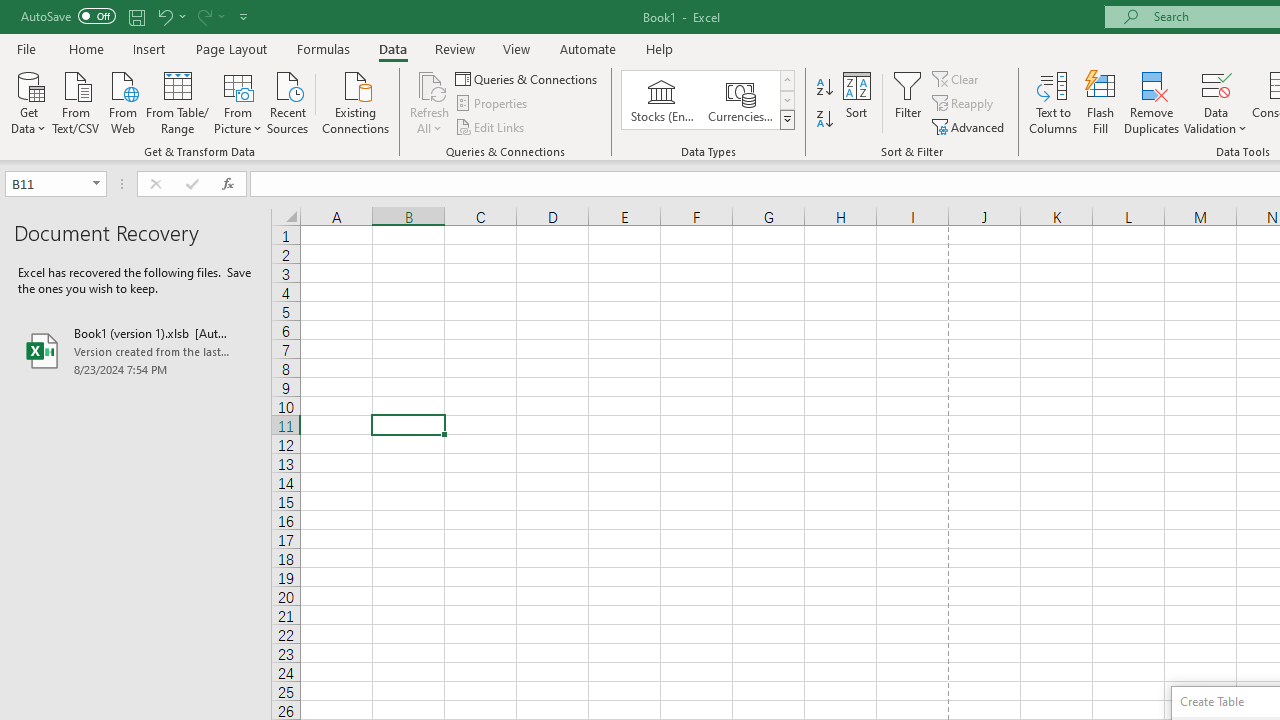 The width and height of the screenshot is (1280, 720). Describe the element at coordinates (824, 86) in the screenshot. I see `'Sort A to Z'` at that location.